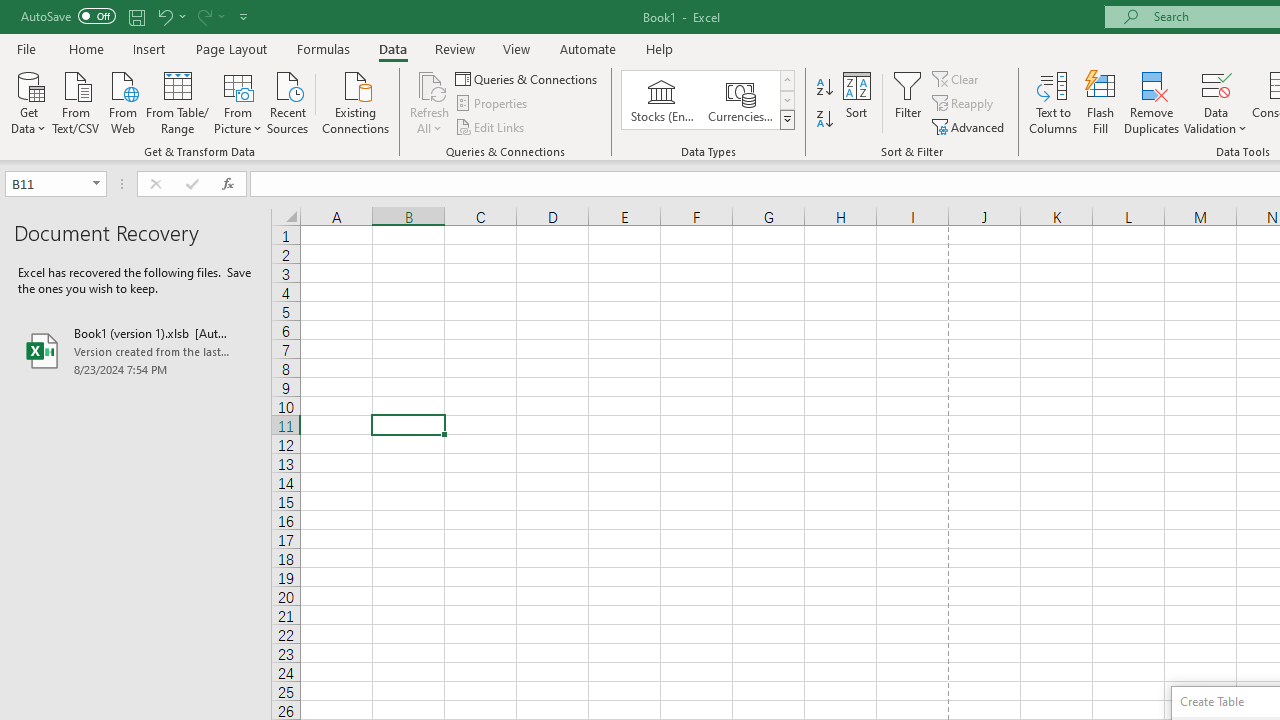 The width and height of the screenshot is (1280, 720). Describe the element at coordinates (824, 86) in the screenshot. I see `'Sort A to Z'` at that location.